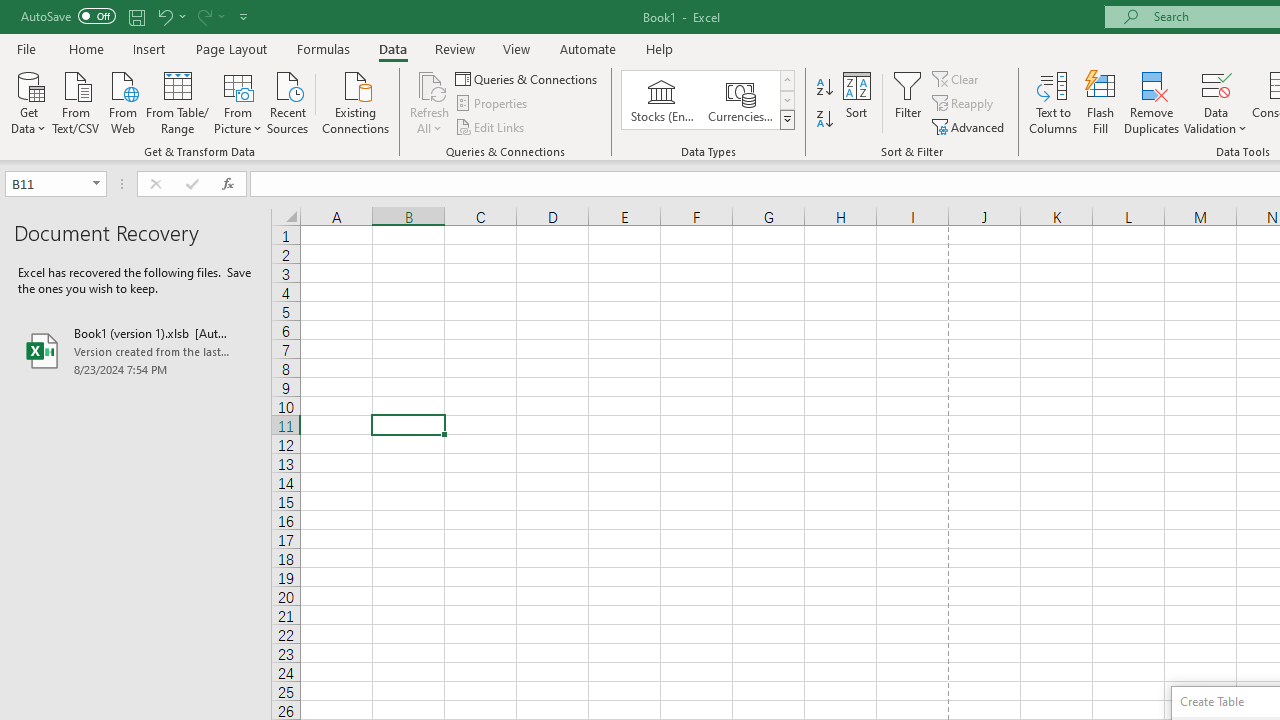 The width and height of the screenshot is (1280, 720). Describe the element at coordinates (824, 86) in the screenshot. I see `'Sort A to Z'` at that location.